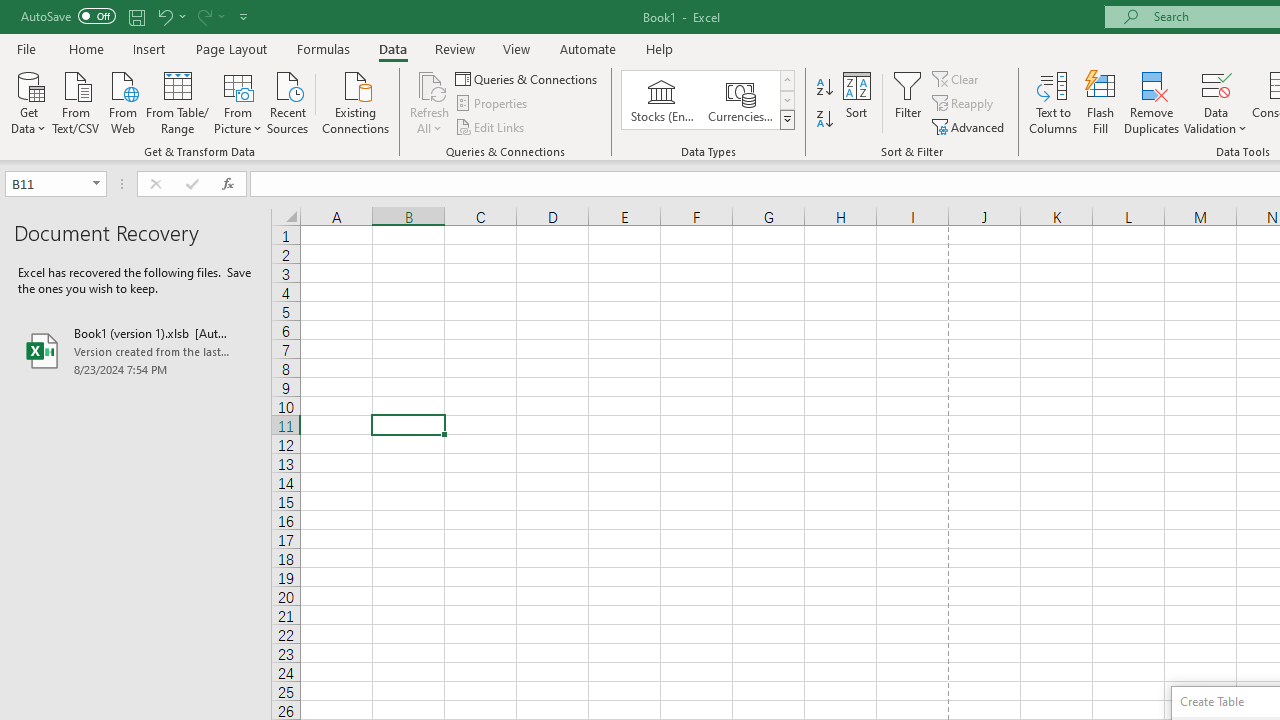 The width and height of the screenshot is (1280, 720). Describe the element at coordinates (824, 86) in the screenshot. I see `'Sort A to Z'` at that location.